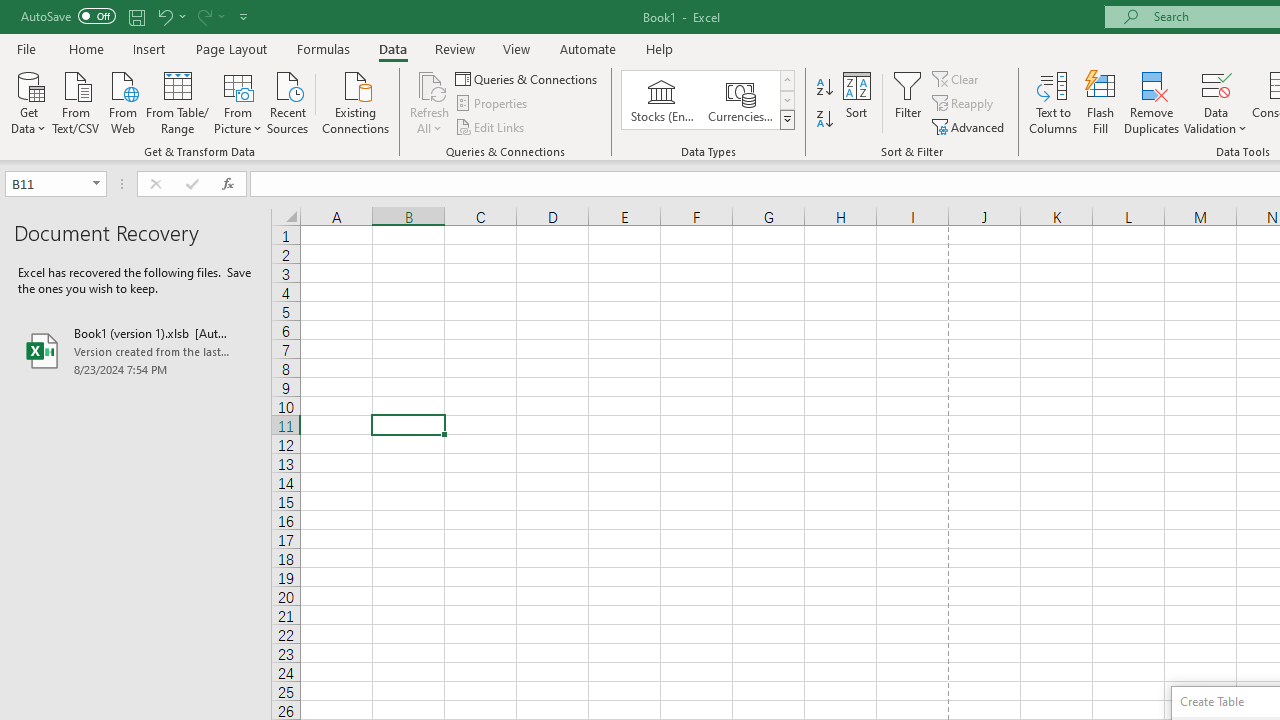 The width and height of the screenshot is (1280, 720). Describe the element at coordinates (824, 86) in the screenshot. I see `'Sort A to Z'` at that location.